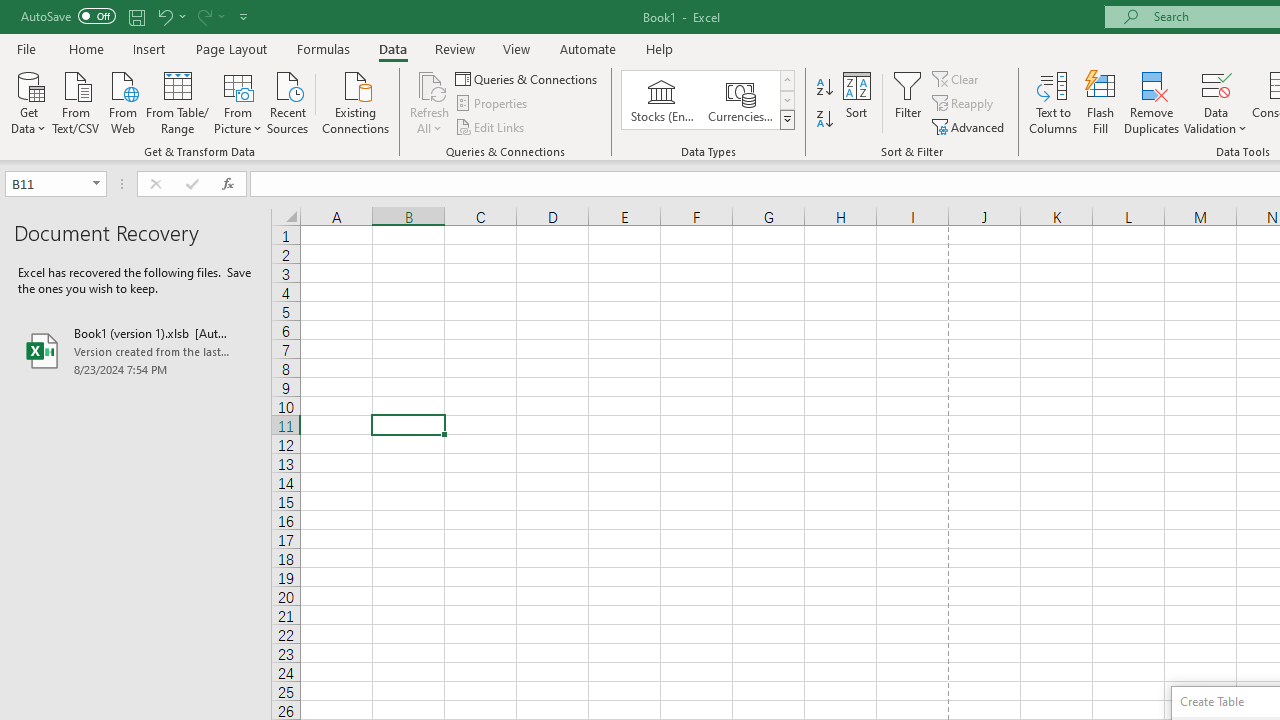 The width and height of the screenshot is (1280, 720). Describe the element at coordinates (824, 86) in the screenshot. I see `'Sort A to Z'` at that location.